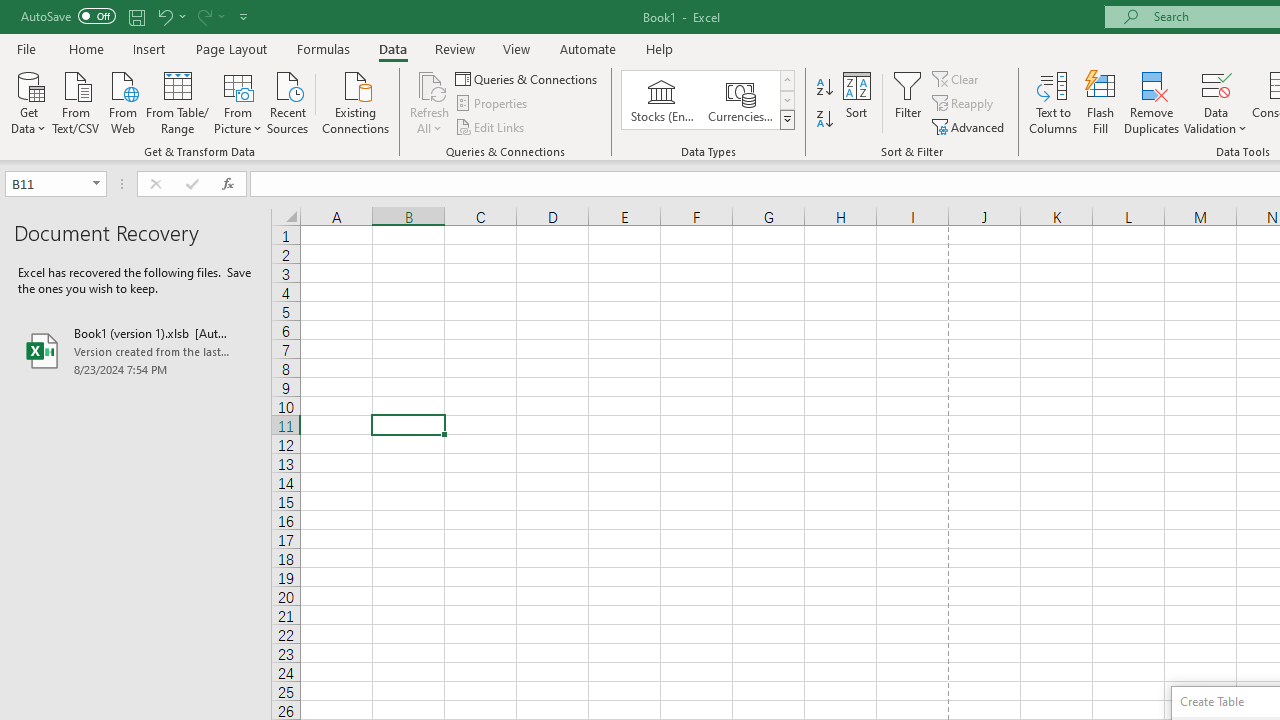 The width and height of the screenshot is (1280, 720). Describe the element at coordinates (824, 86) in the screenshot. I see `'Sort A to Z'` at that location.